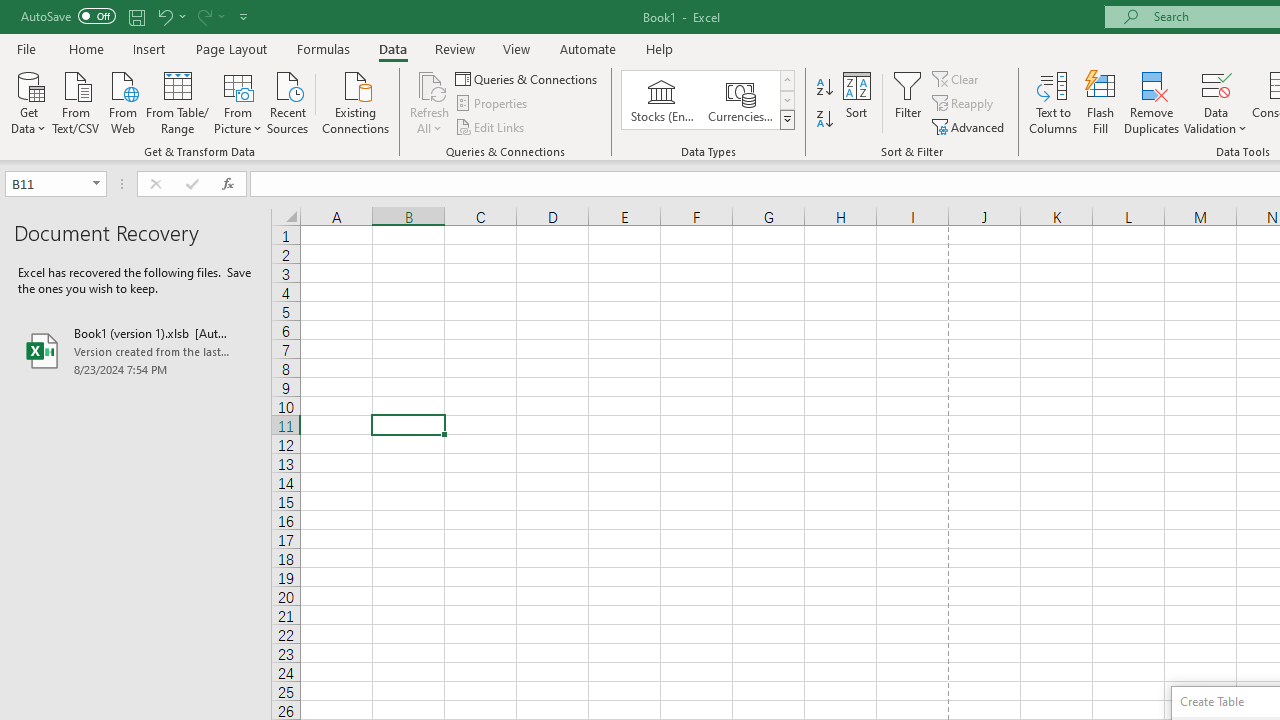 The width and height of the screenshot is (1280, 720). Describe the element at coordinates (824, 86) in the screenshot. I see `'Sort A to Z'` at that location.